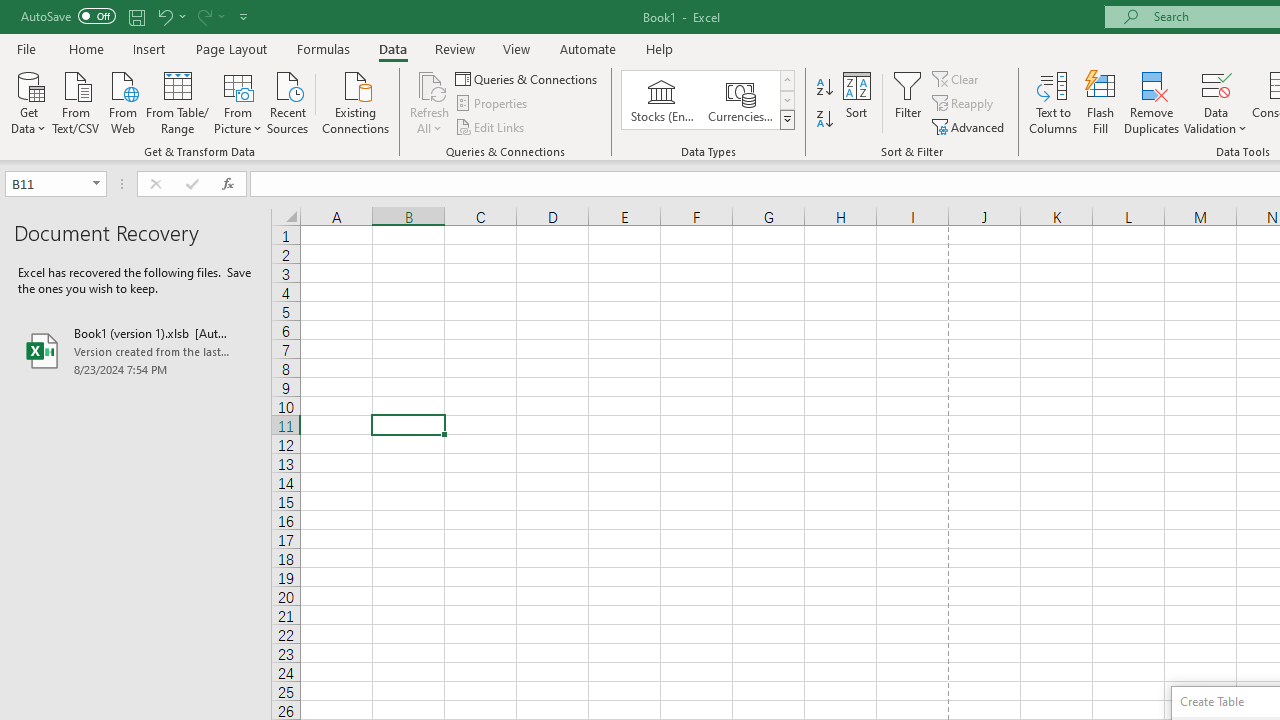 The width and height of the screenshot is (1280, 720). Describe the element at coordinates (824, 86) in the screenshot. I see `'Sort A to Z'` at that location.